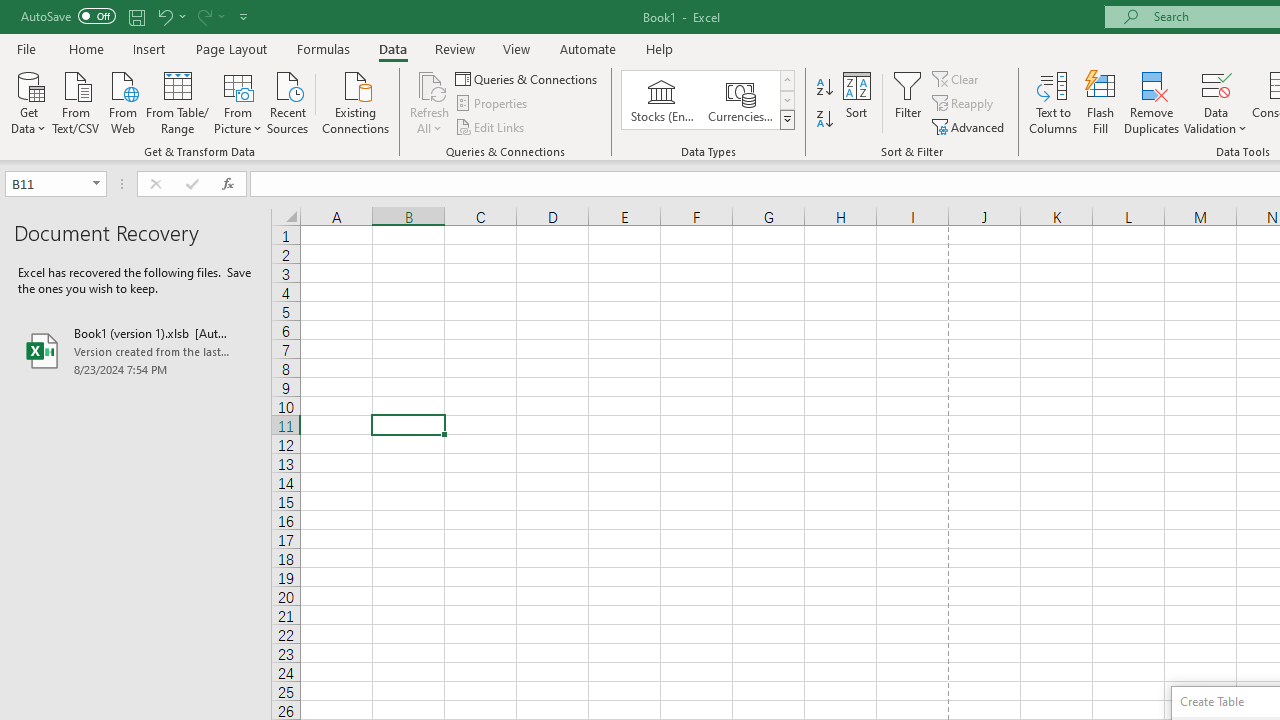 The width and height of the screenshot is (1280, 720). Describe the element at coordinates (824, 86) in the screenshot. I see `'Sort A to Z'` at that location.